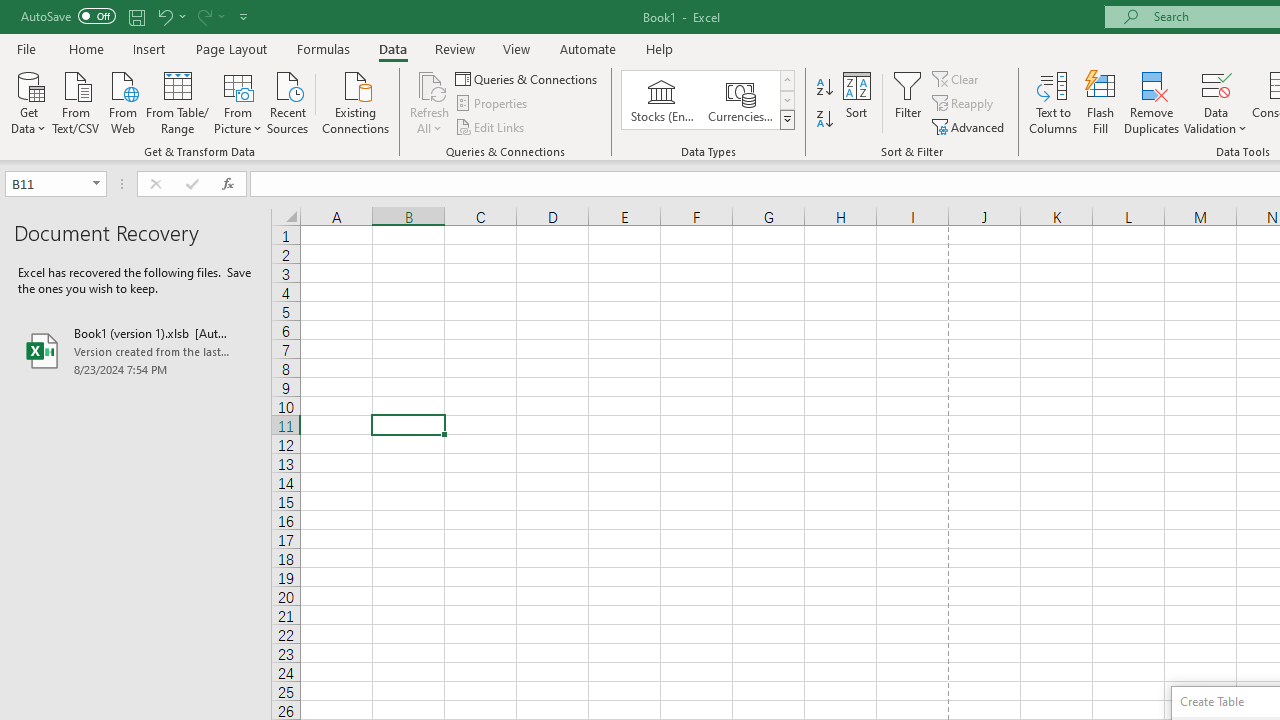 The width and height of the screenshot is (1280, 720). Describe the element at coordinates (824, 86) in the screenshot. I see `'Sort A to Z'` at that location.